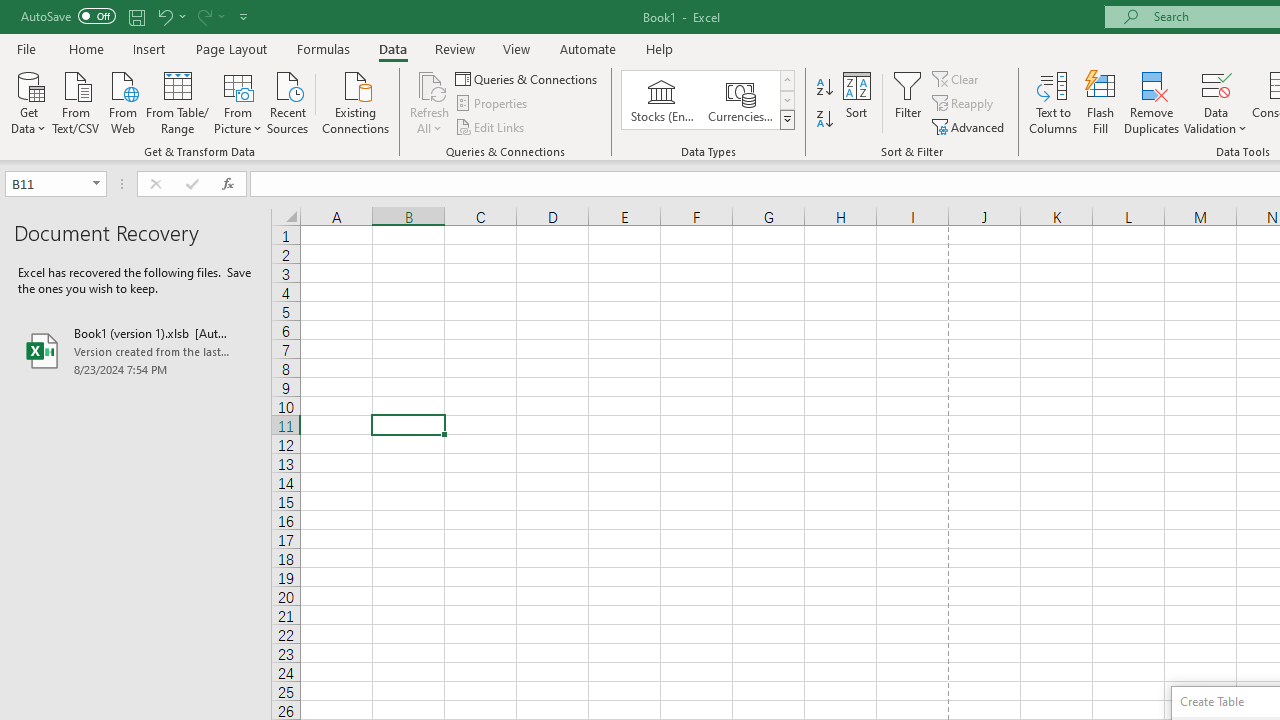 The width and height of the screenshot is (1280, 720). Describe the element at coordinates (824, 86) in the screenshot. I see `'Sort A to Z'` at that location.